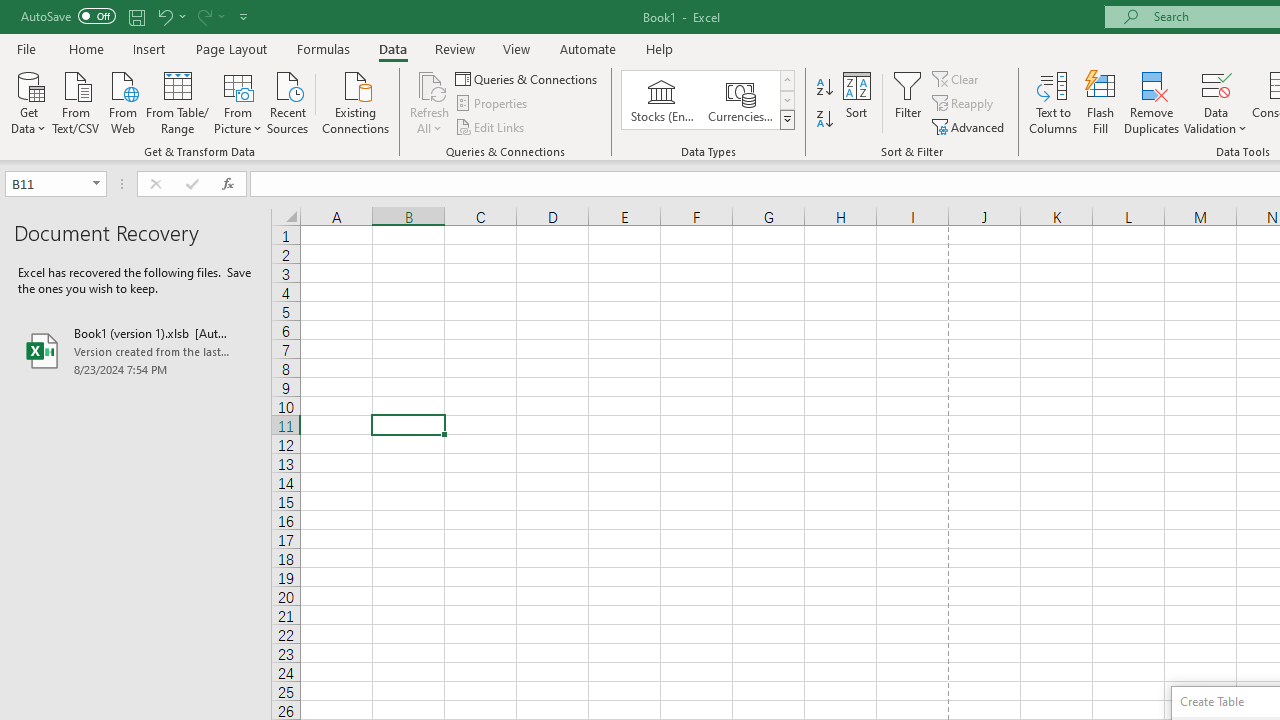 The width and height of the screenshot is (1280, 720). Describe the element at coordinates (824, 86) in the screenshot. I see `'Sort A to Z'` at that location.